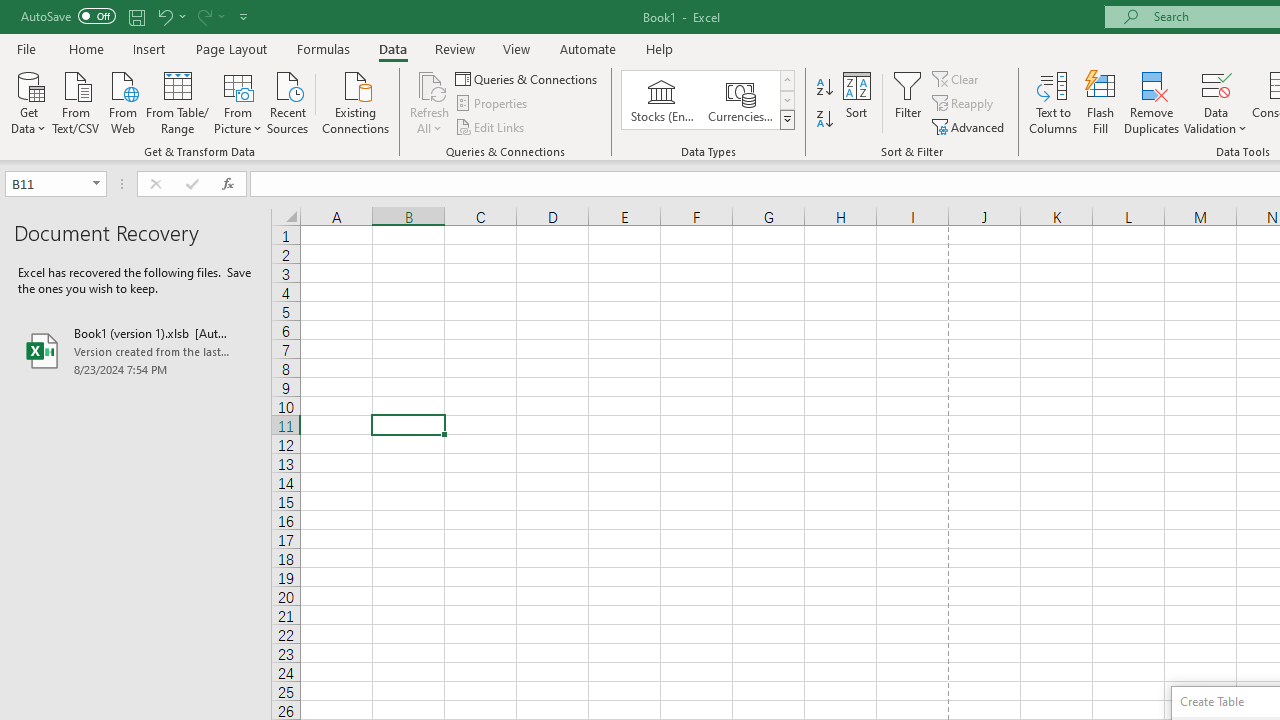 The width and height of the screenshot is (1280, 720). Describe the element at coordinates (824, 86) in the screenshot. I see `'Sort A to Z'` at that location.